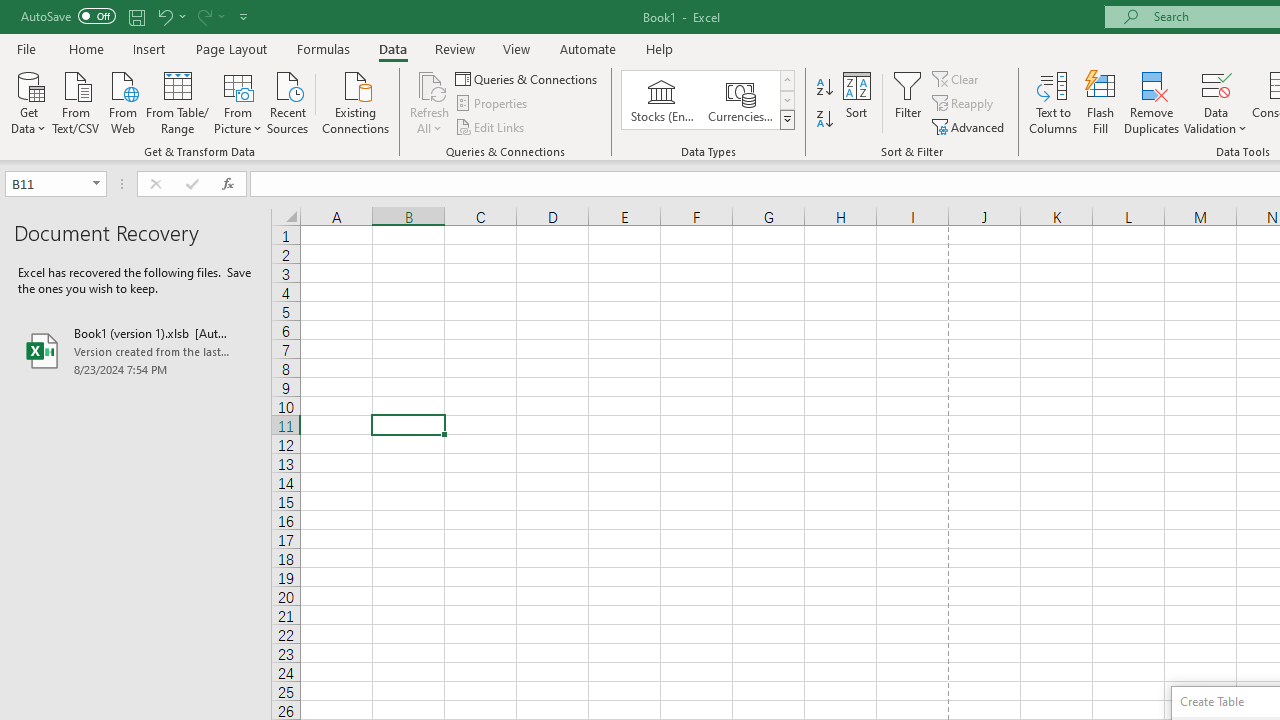 The width and height of the screenshot is (1280, 720). Describe the element at coordinates (824, 86) in the screenshot. I see `'Sort A to Z'` at that location.